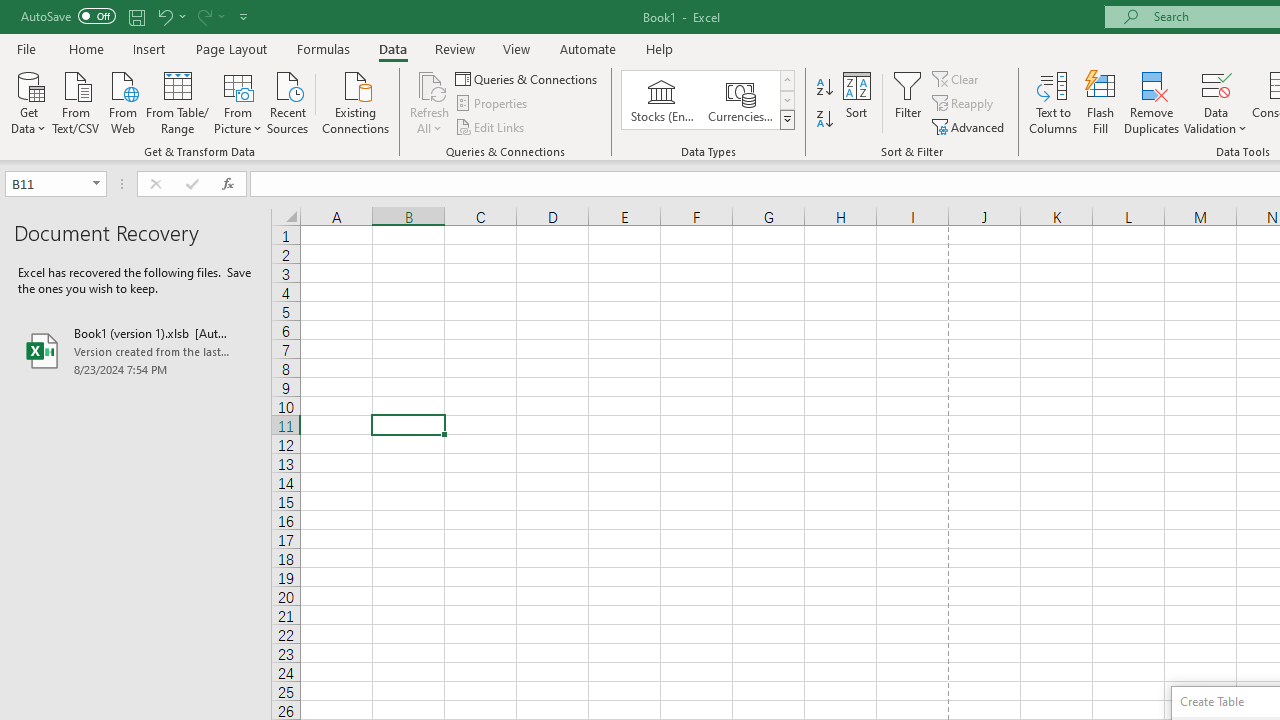 The width and height of the screenshot is (1280, 720). Describe the element at coordinates (824, 86) in the screenshot. I see `'Sort A to Z'` at that location.